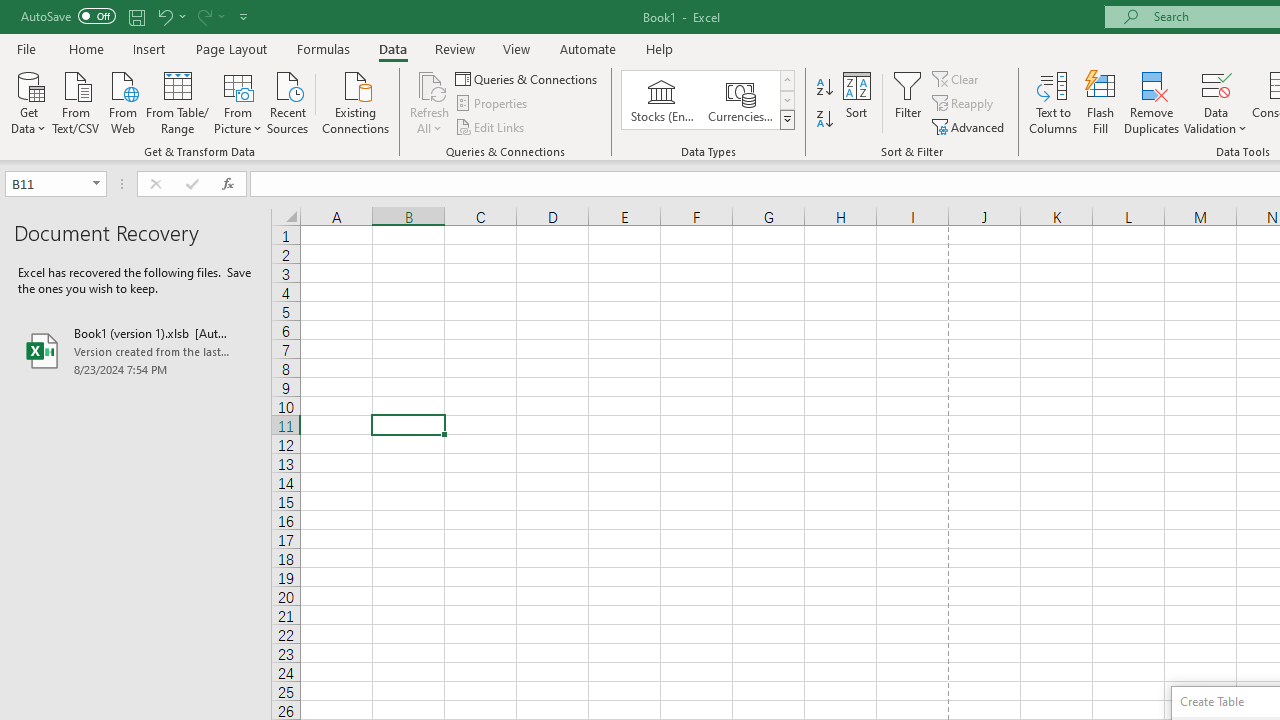 The width and height of the screenshot is (1280, 720). Describe the element at coordinates (824, 86) in the screenshot. I see `'Sort A to Z'` at that location.